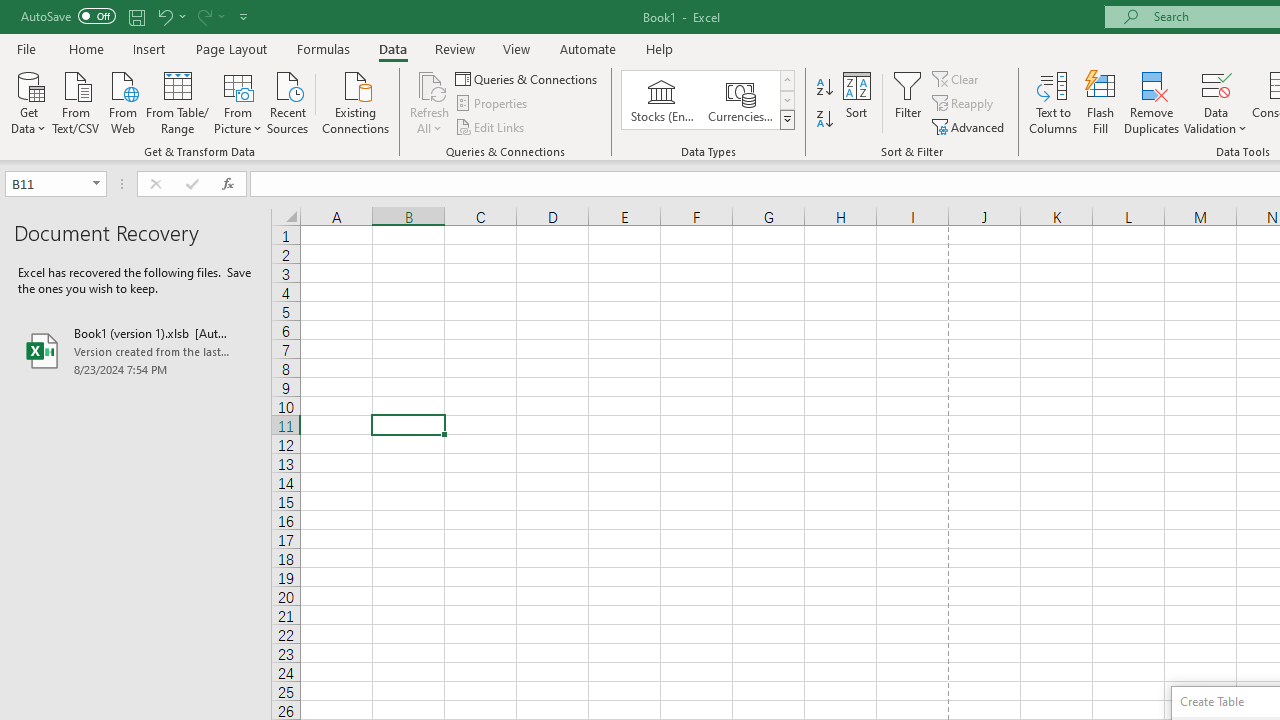 The width and height of the screenshot is (1280, 720). Describe the element at coordinates (824, 86) in the screenshot. I see `'Sort A to Z'` at that location.